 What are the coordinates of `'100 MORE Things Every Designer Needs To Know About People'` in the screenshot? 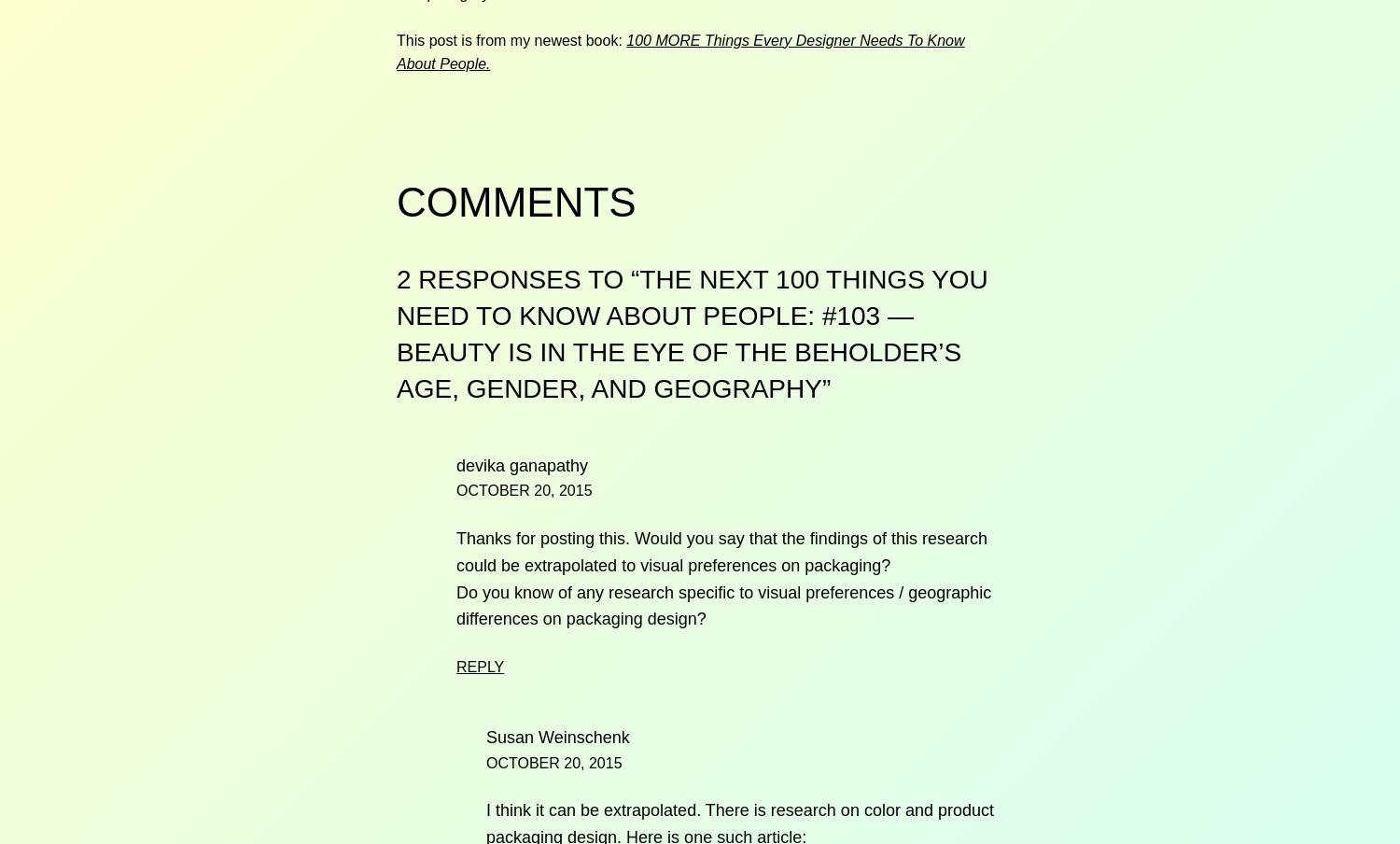 It's located at (679, 50).